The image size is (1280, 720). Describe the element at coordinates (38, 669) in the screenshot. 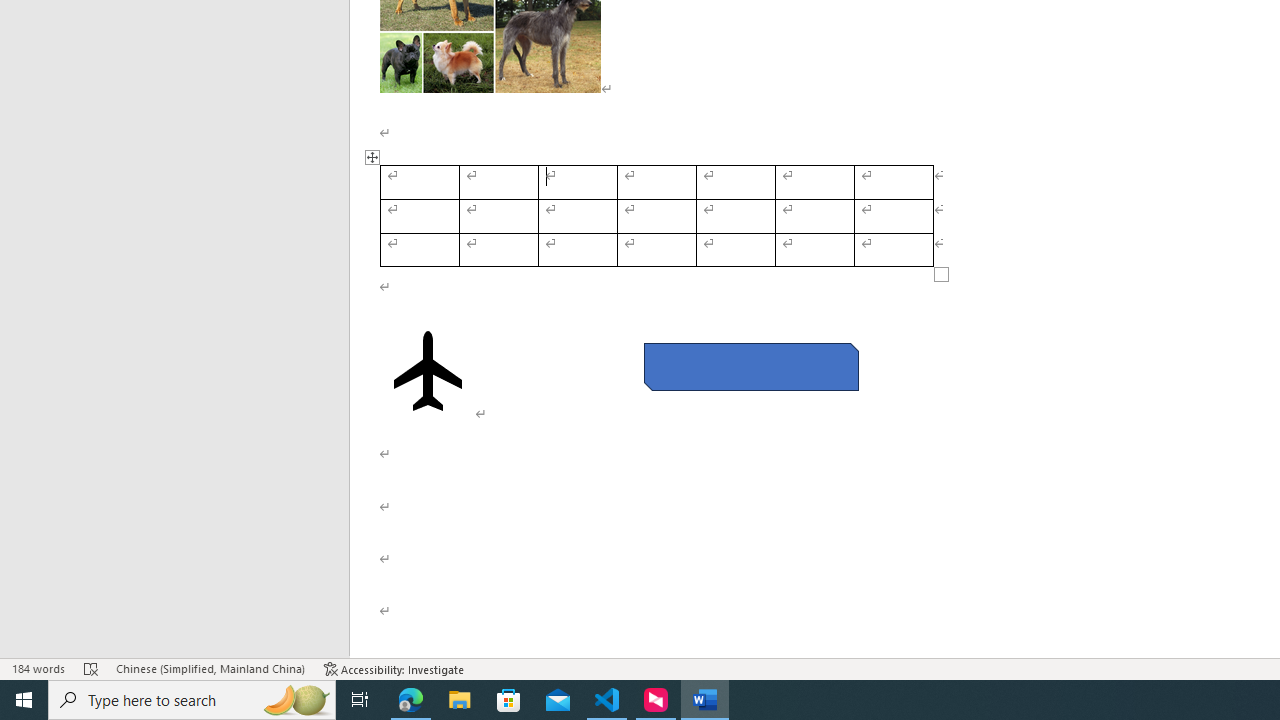

I see `'Word Count 184 words'` at that location.